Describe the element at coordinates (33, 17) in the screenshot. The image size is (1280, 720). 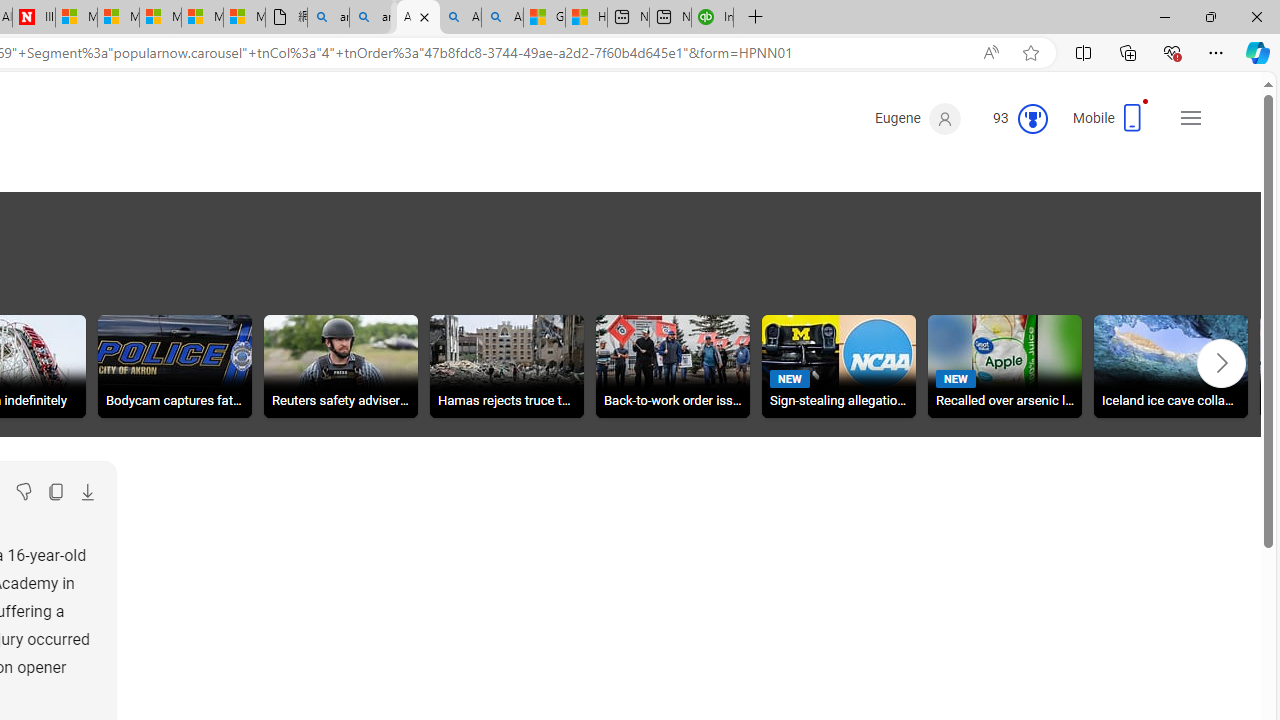
I see `'Illness news & latest pictures from Newsweek.com'` at that location.